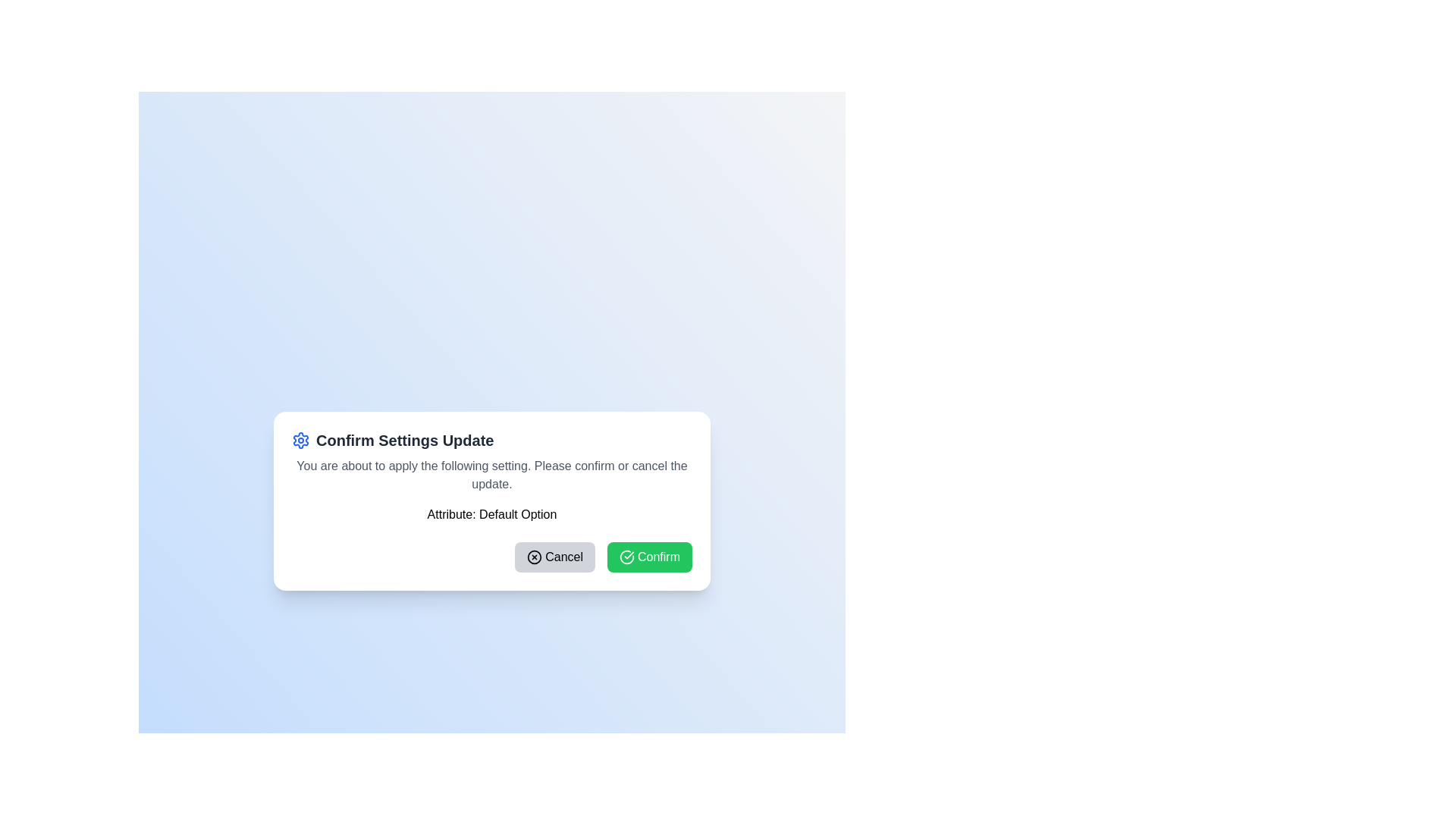  Describe the element at coordinates (535, 557) in the screenshot. I see `the Icon embedded in the 'Cancel' button, which is located to the left of the button's label text and below the dialog box titled 'Confirm Settings Update'` at that location.